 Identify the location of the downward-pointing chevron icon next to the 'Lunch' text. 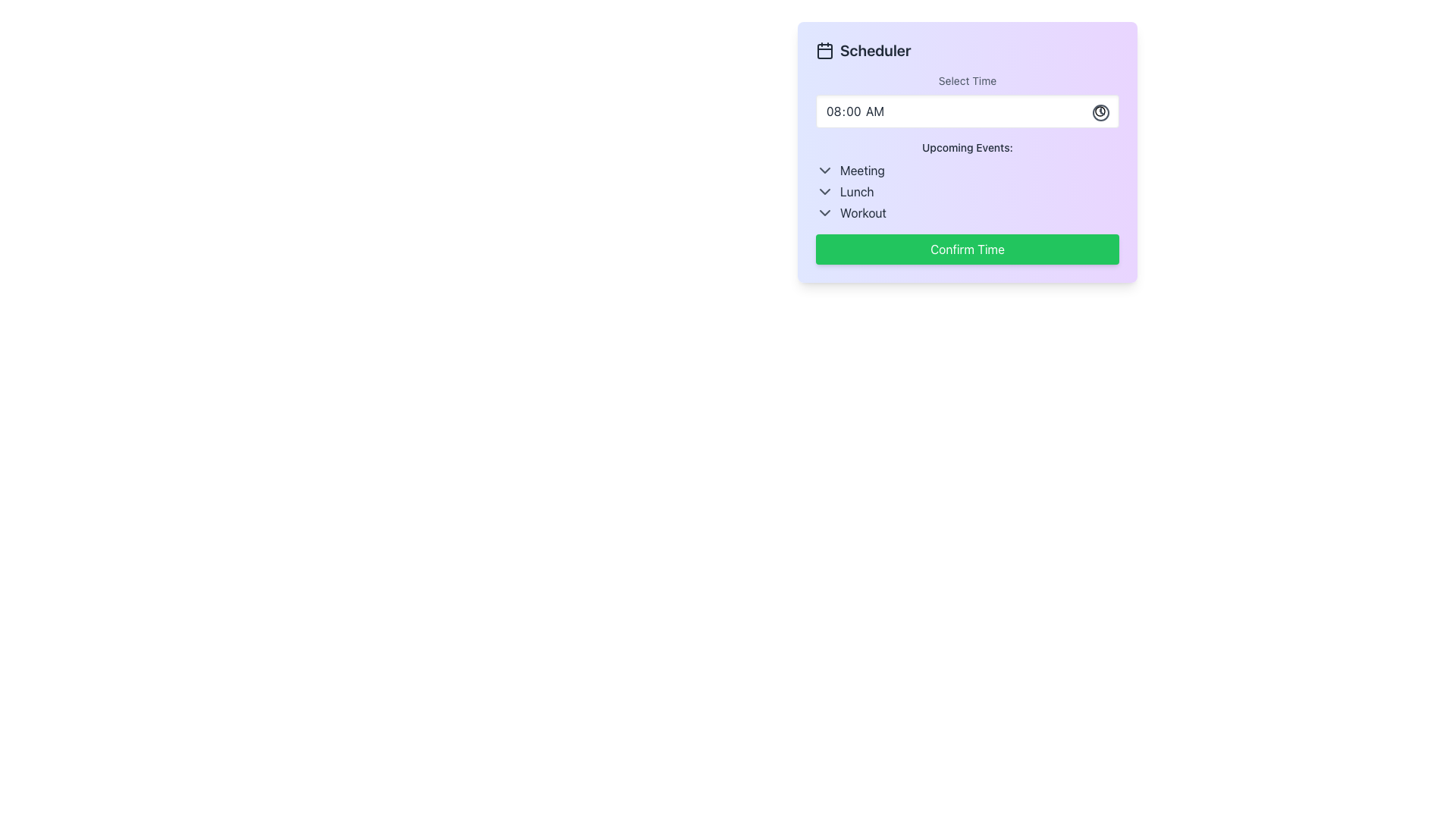
(824, 191).